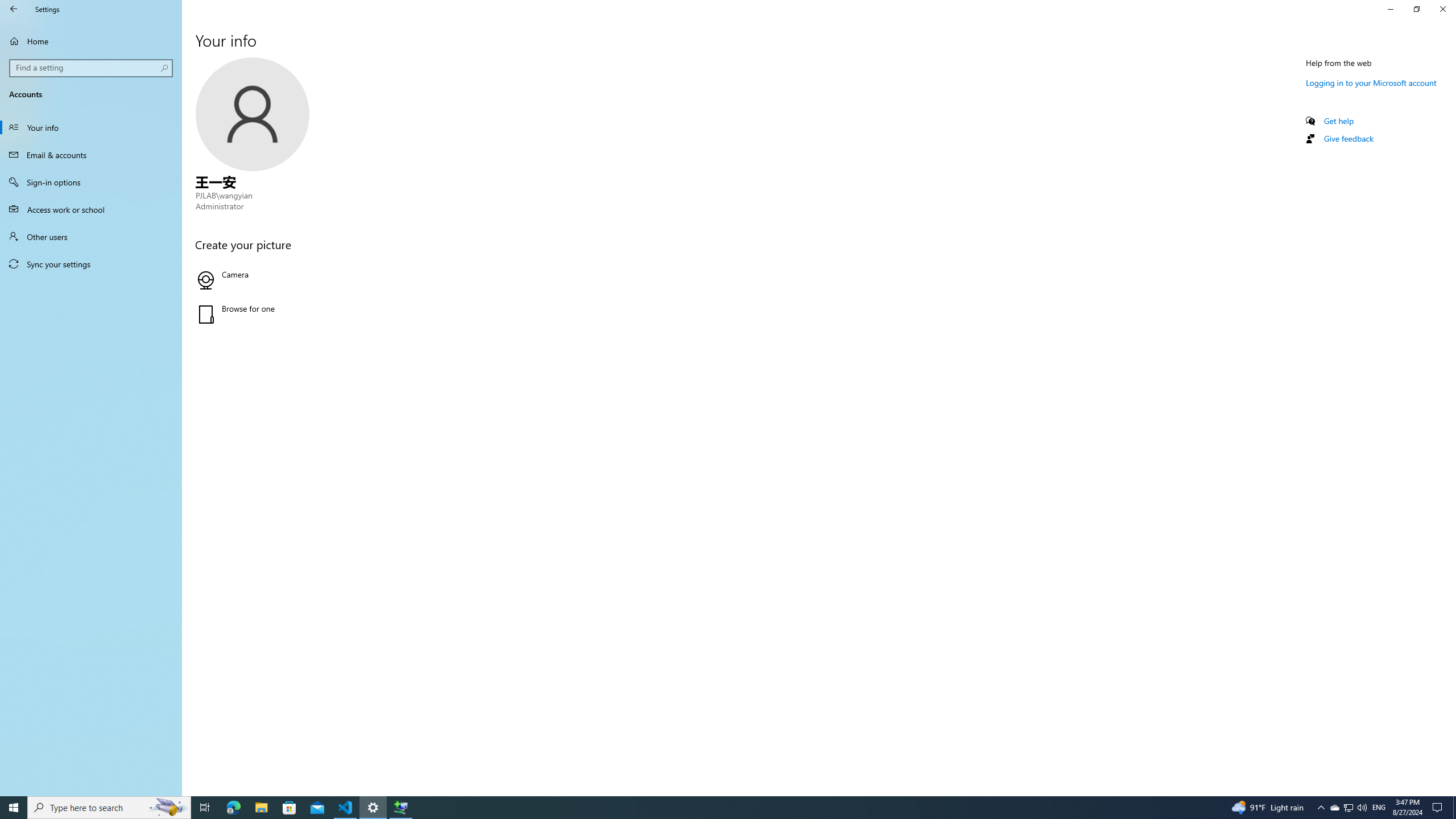  Describe the element at coordinates (1371, 82) in the screenshot. I see `'Logging in to your Microsoft account'` at that location.